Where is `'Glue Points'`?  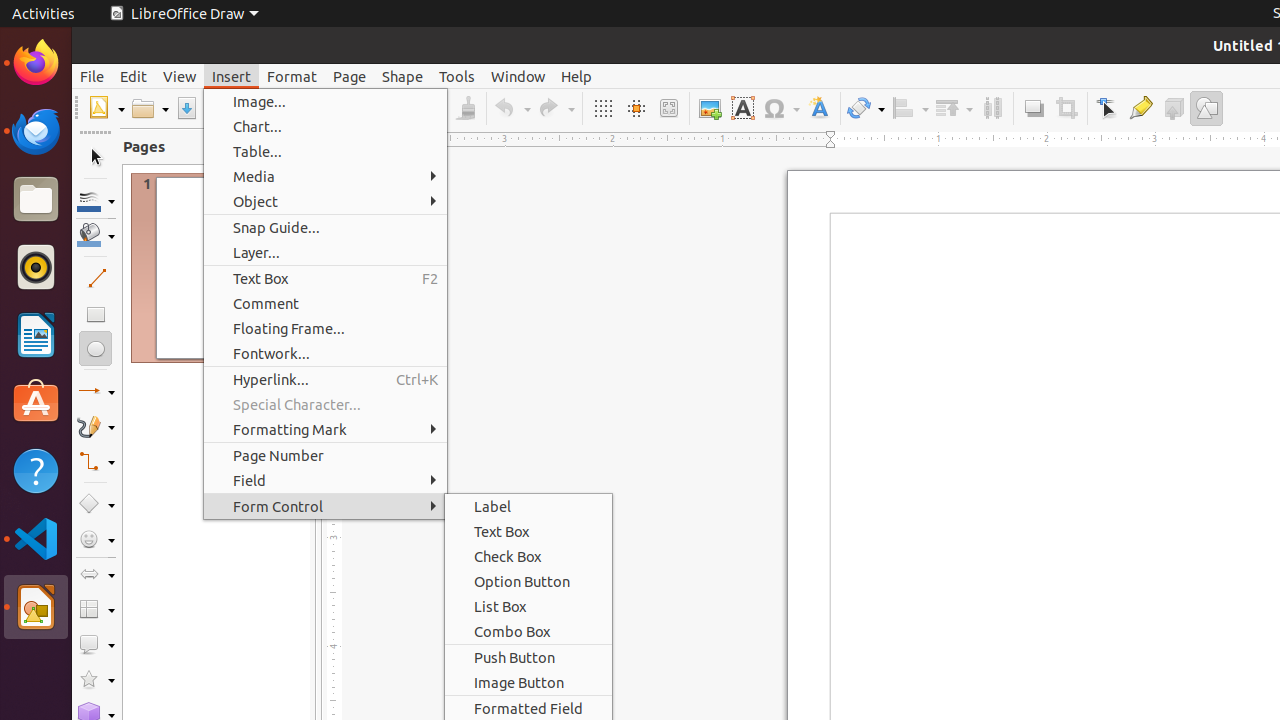 'Glue Points' is located at coordinates (1140, 108).